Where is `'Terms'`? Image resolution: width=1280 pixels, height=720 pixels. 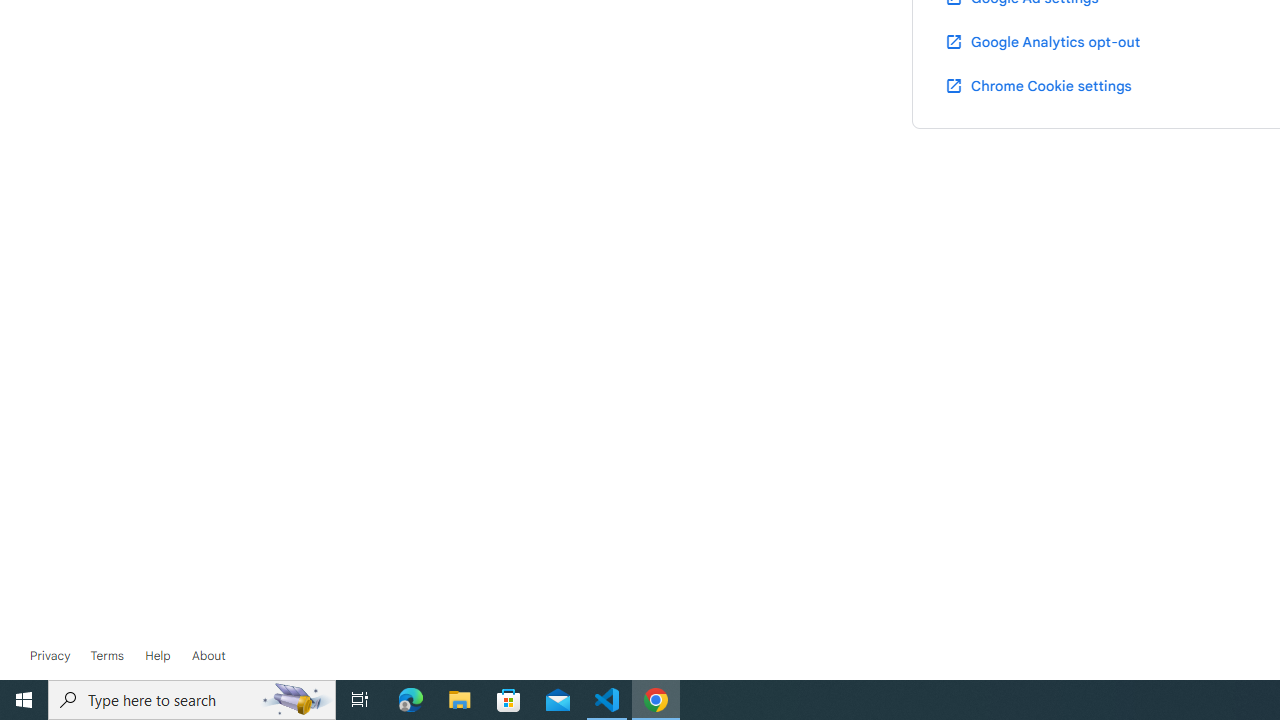
'Terms' is located at coordinates (105, 655).